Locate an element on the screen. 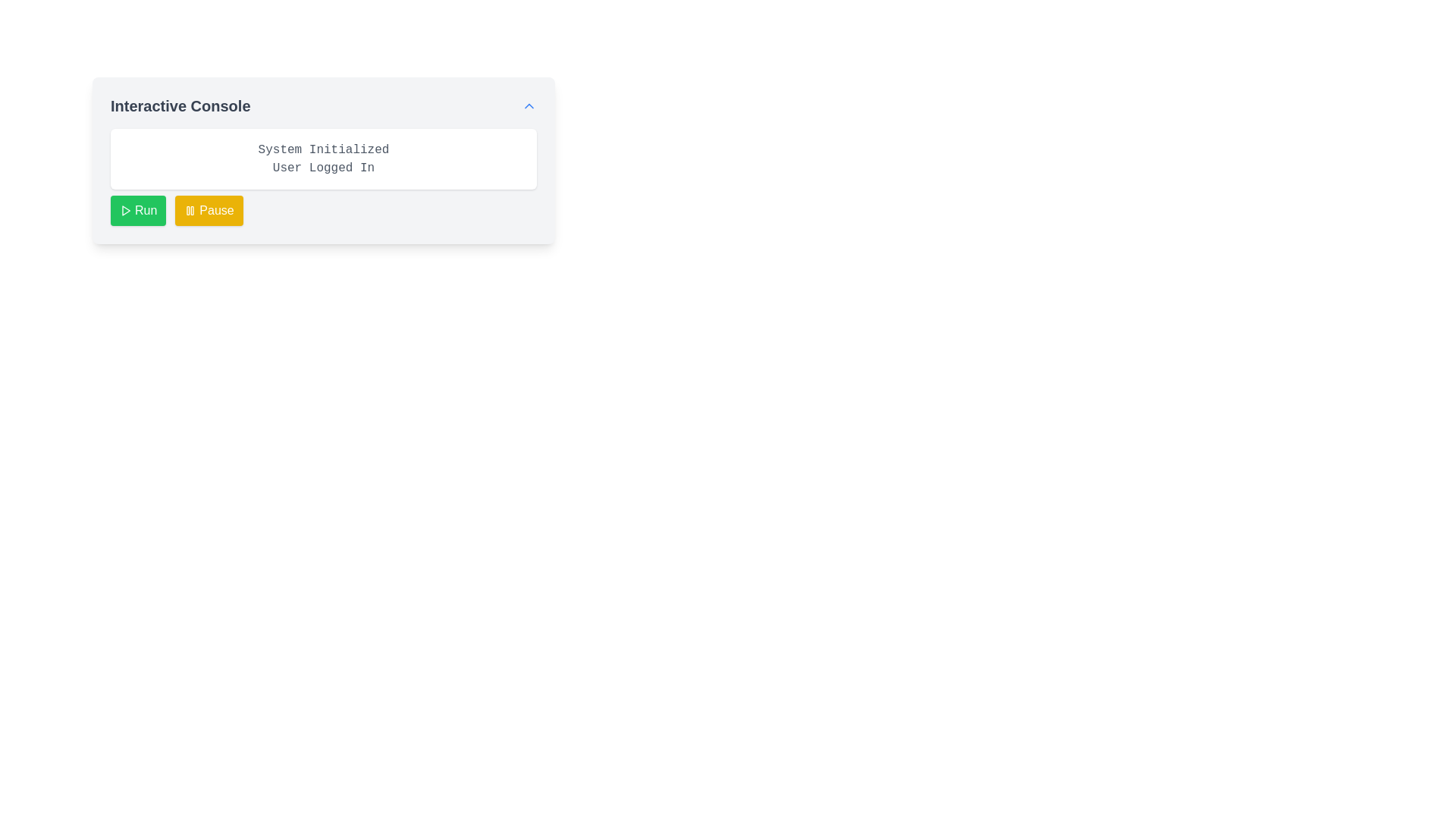 The image size is (1456, 819). status text displayed in the top-center Text block of the 'Interactive Console' section, which is positioned above the 'Run' and 'Pause' buttons is located at coordinates (323, 158).